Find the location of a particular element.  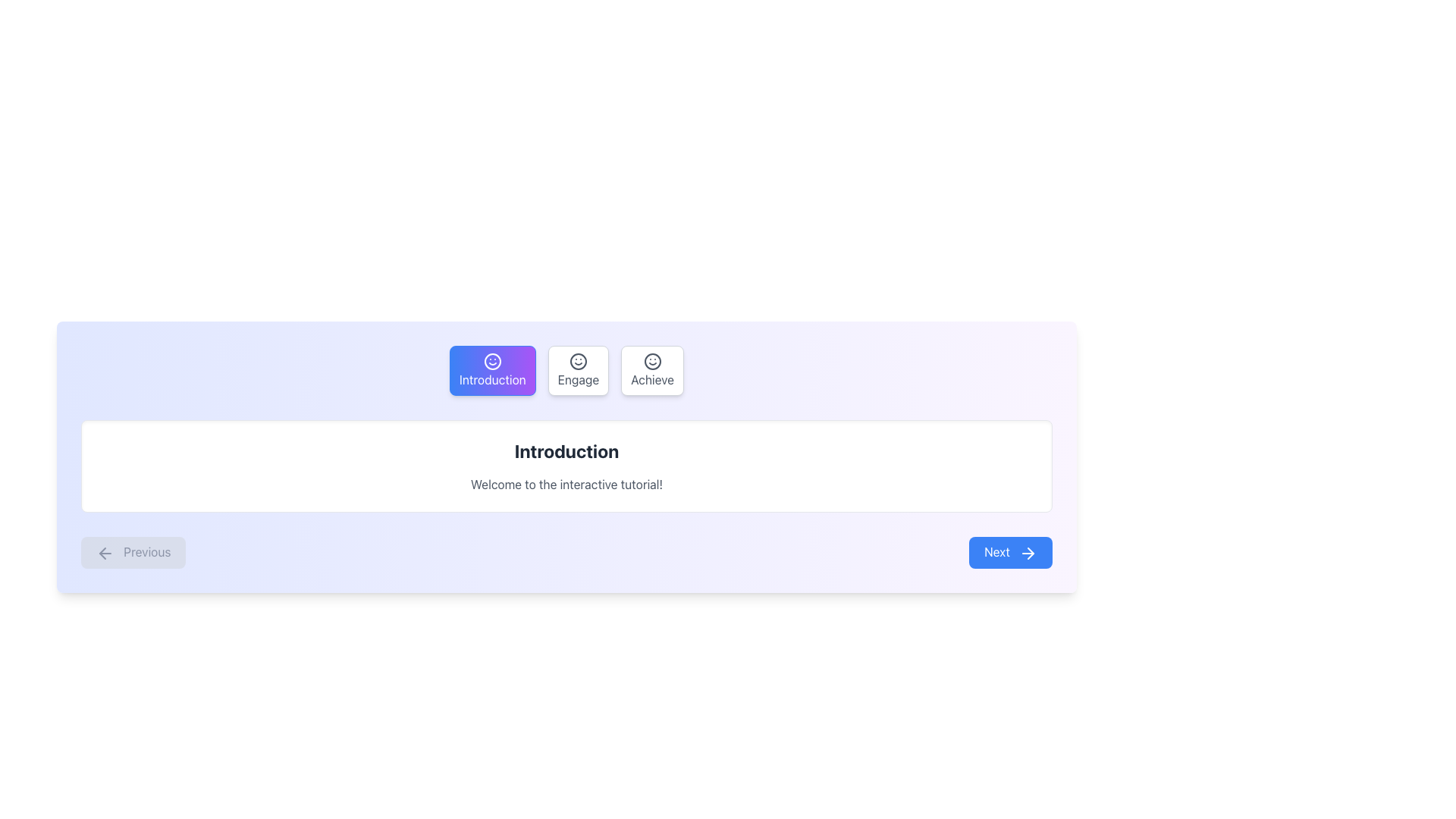

the arrow icon located inside the 'Next' button in the bottom-right corner of the interface, which serves as a visual cue for the 'Next' action is located at coordinates (1028, 553).